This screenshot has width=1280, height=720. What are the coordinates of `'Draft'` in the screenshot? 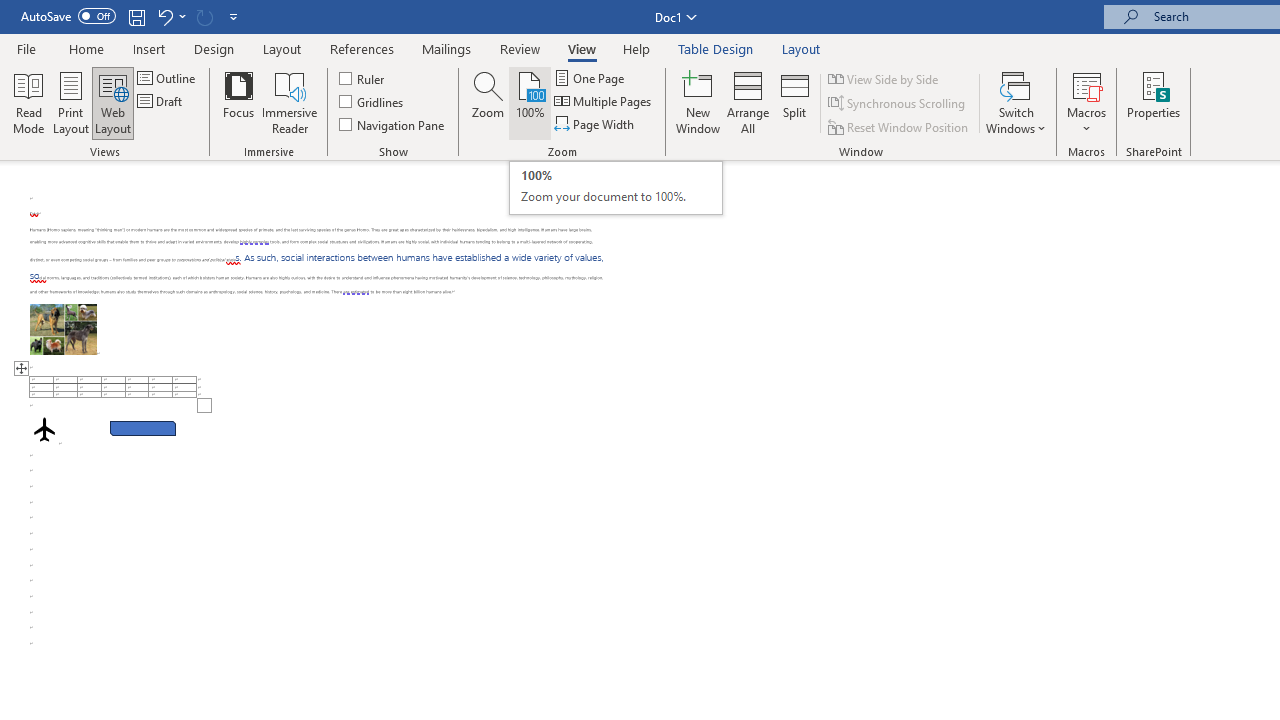 It's located at (161, 101).